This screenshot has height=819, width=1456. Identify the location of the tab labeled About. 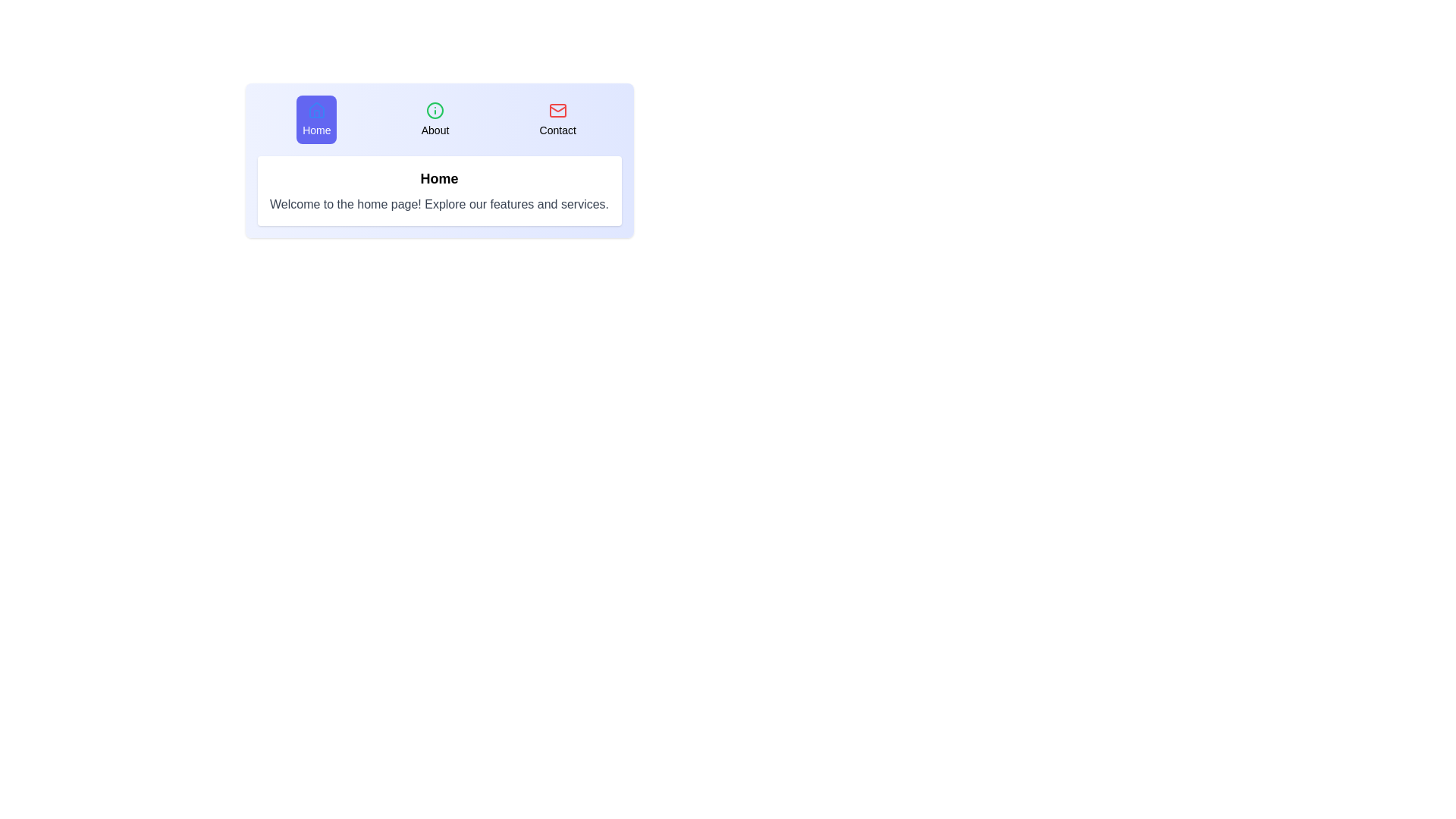
(435, 119).